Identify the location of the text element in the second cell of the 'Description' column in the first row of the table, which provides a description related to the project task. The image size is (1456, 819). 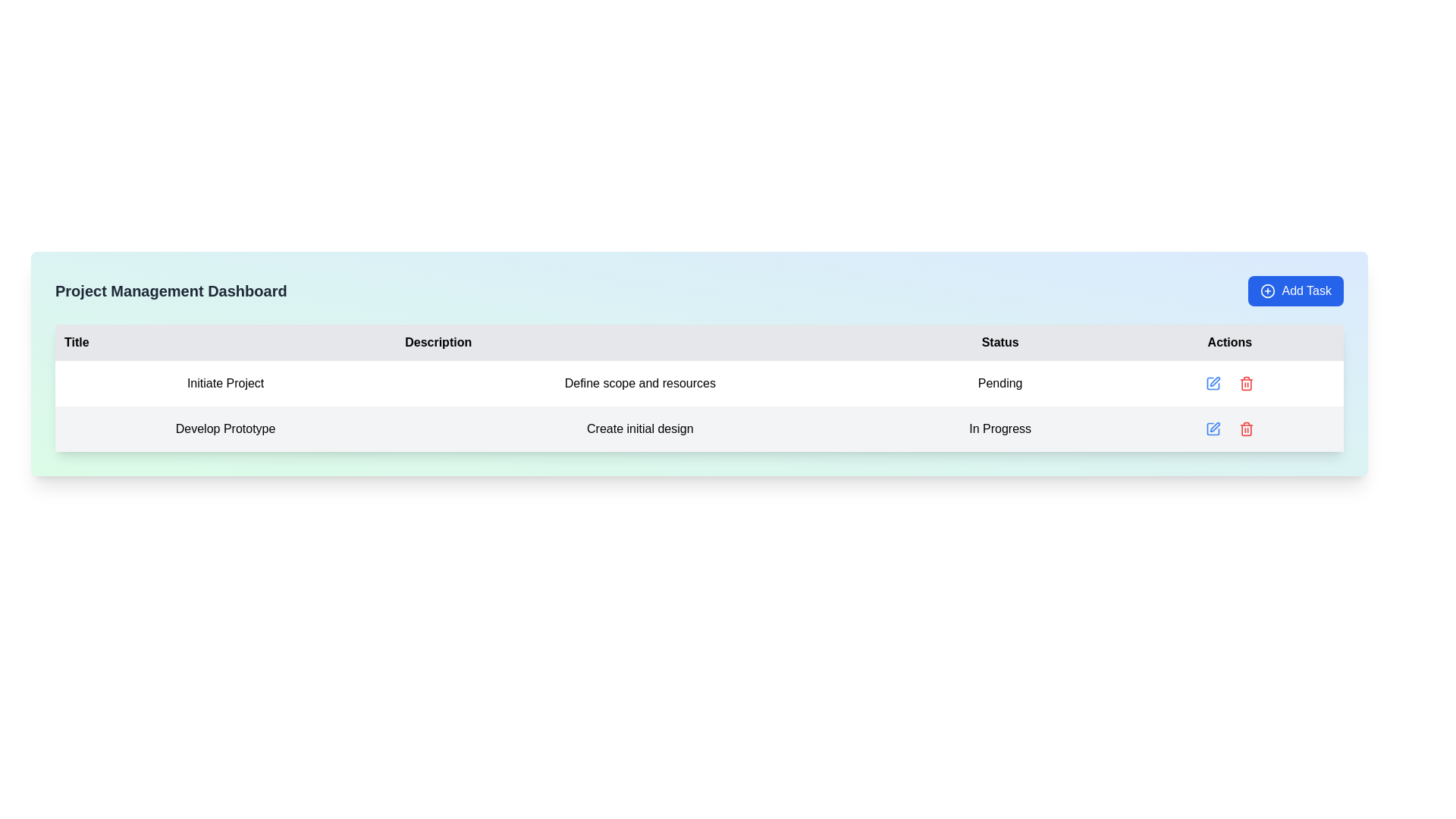
(640, 382).